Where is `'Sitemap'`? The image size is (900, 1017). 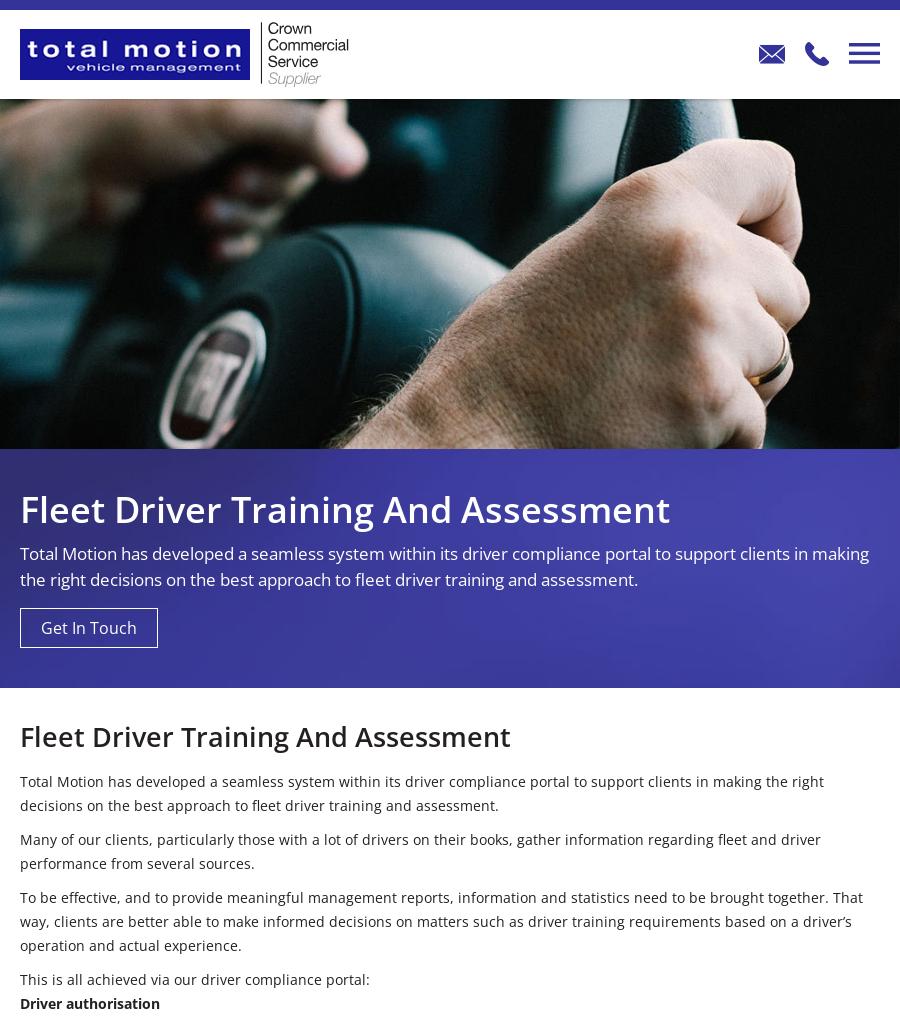
'Sitemap' is located at coordinates (692, 617).